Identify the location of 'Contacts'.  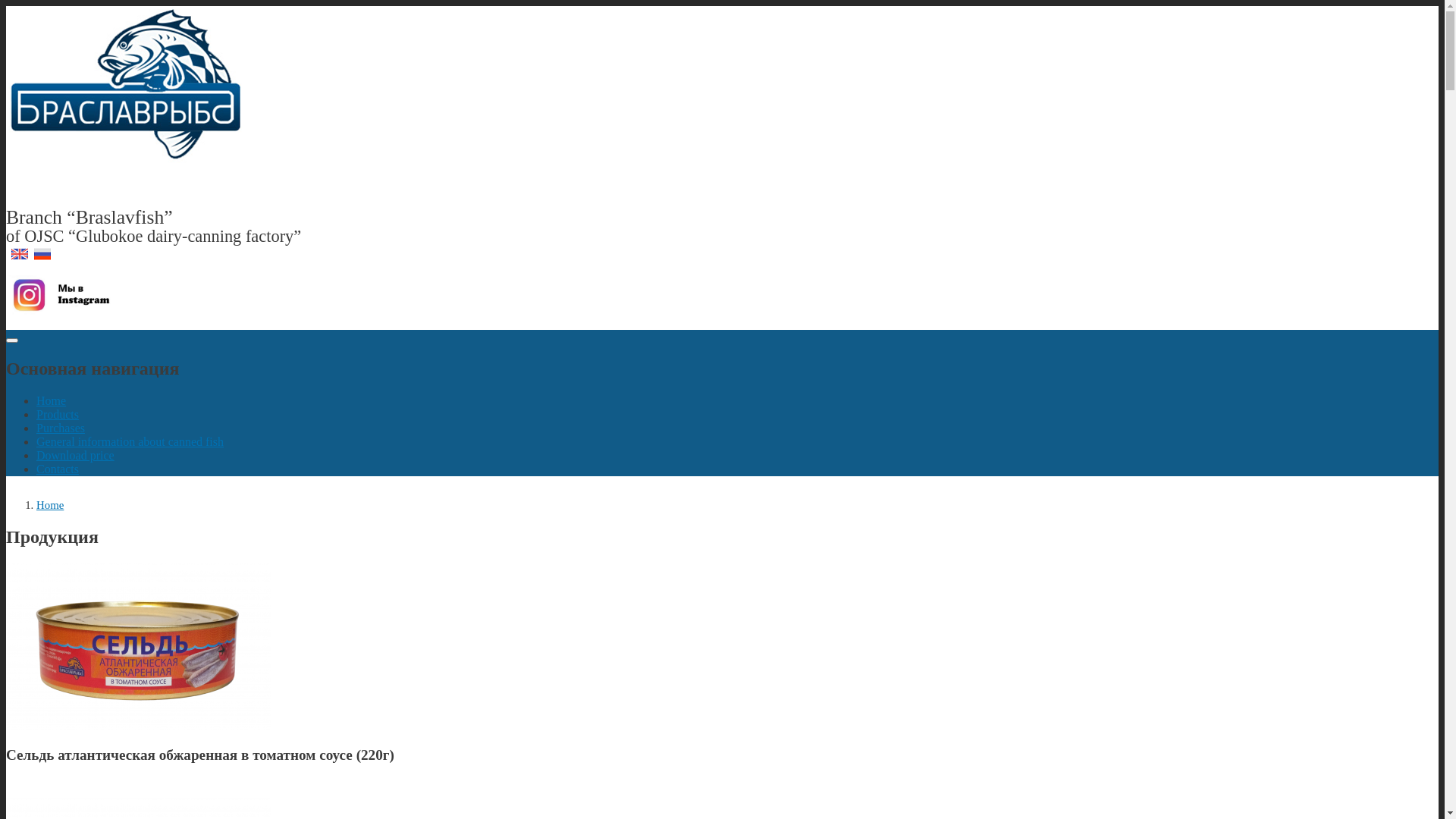
(58, 468).